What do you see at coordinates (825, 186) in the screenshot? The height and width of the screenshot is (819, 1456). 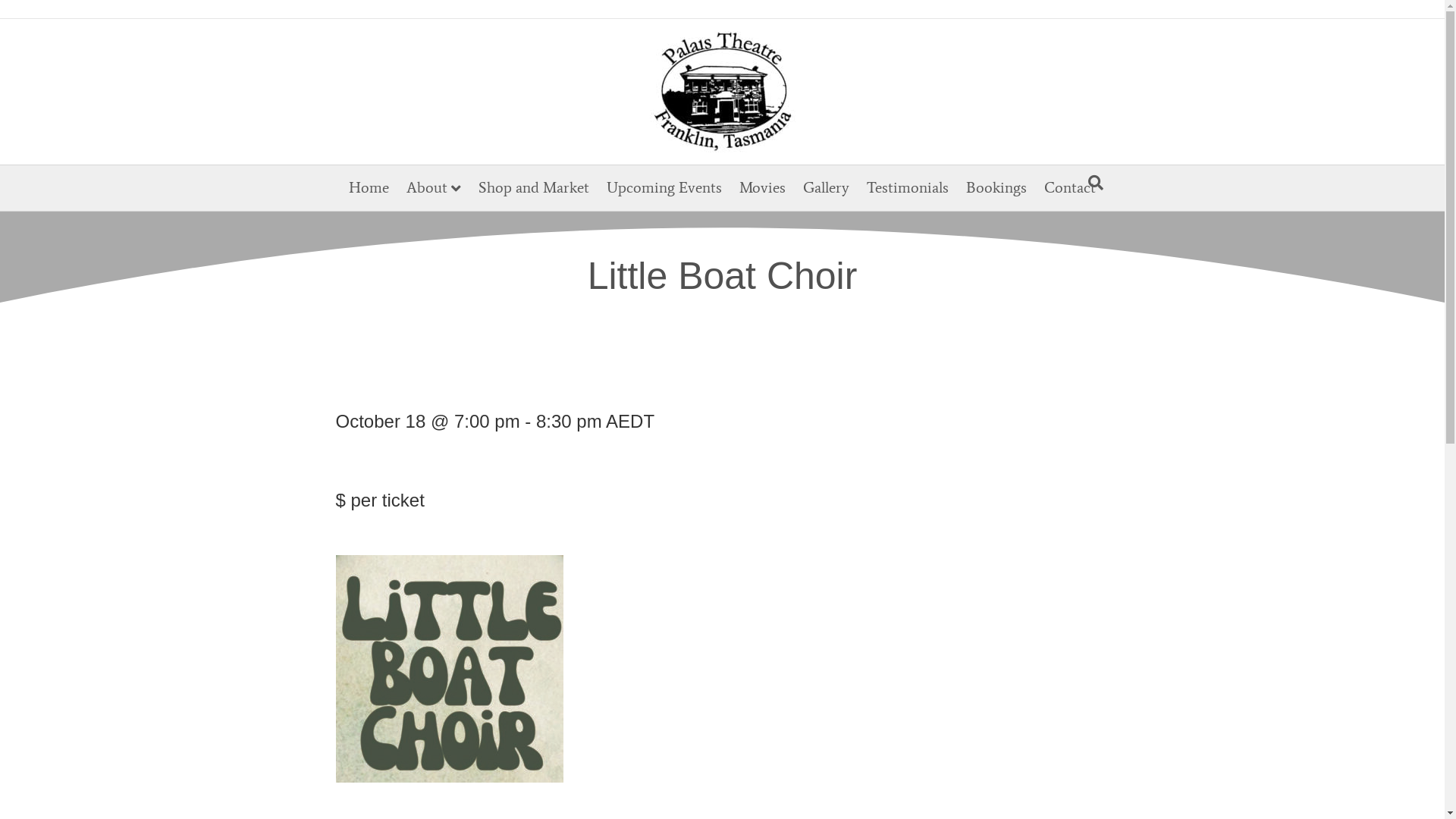 I see `'Gallery'` at bounding box center [825, 186].